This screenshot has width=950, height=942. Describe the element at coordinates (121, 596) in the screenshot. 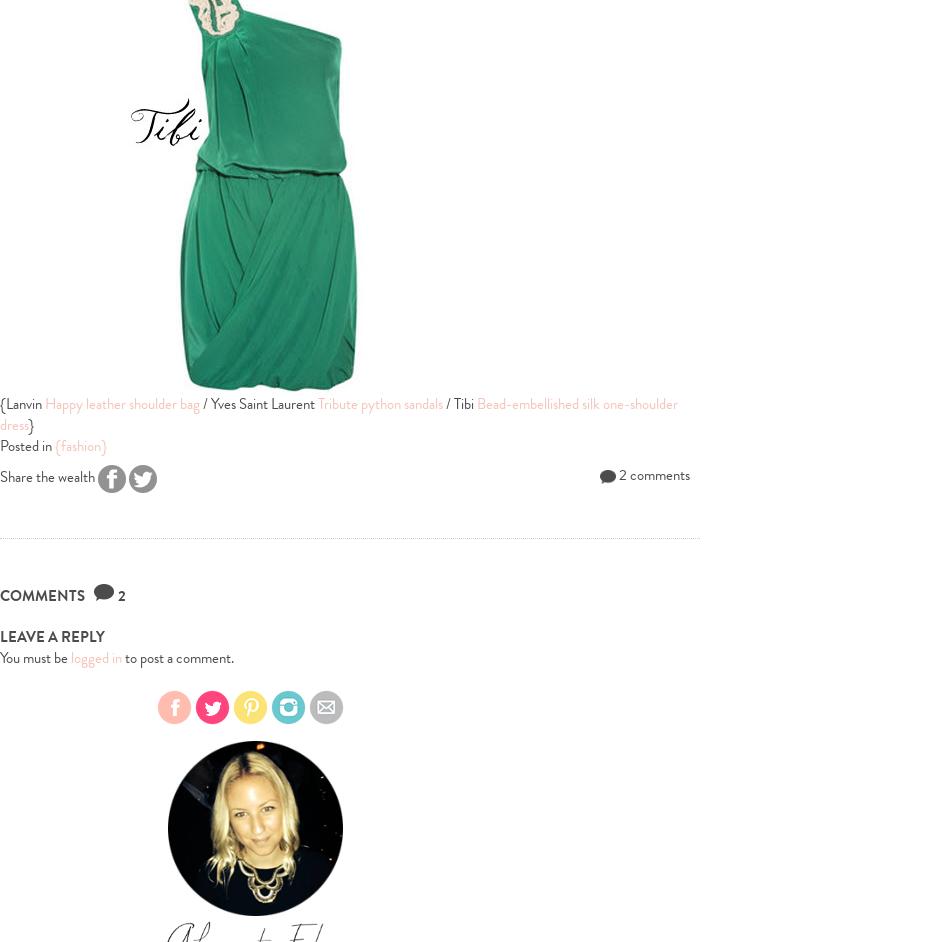

I see `'2'` at that location.